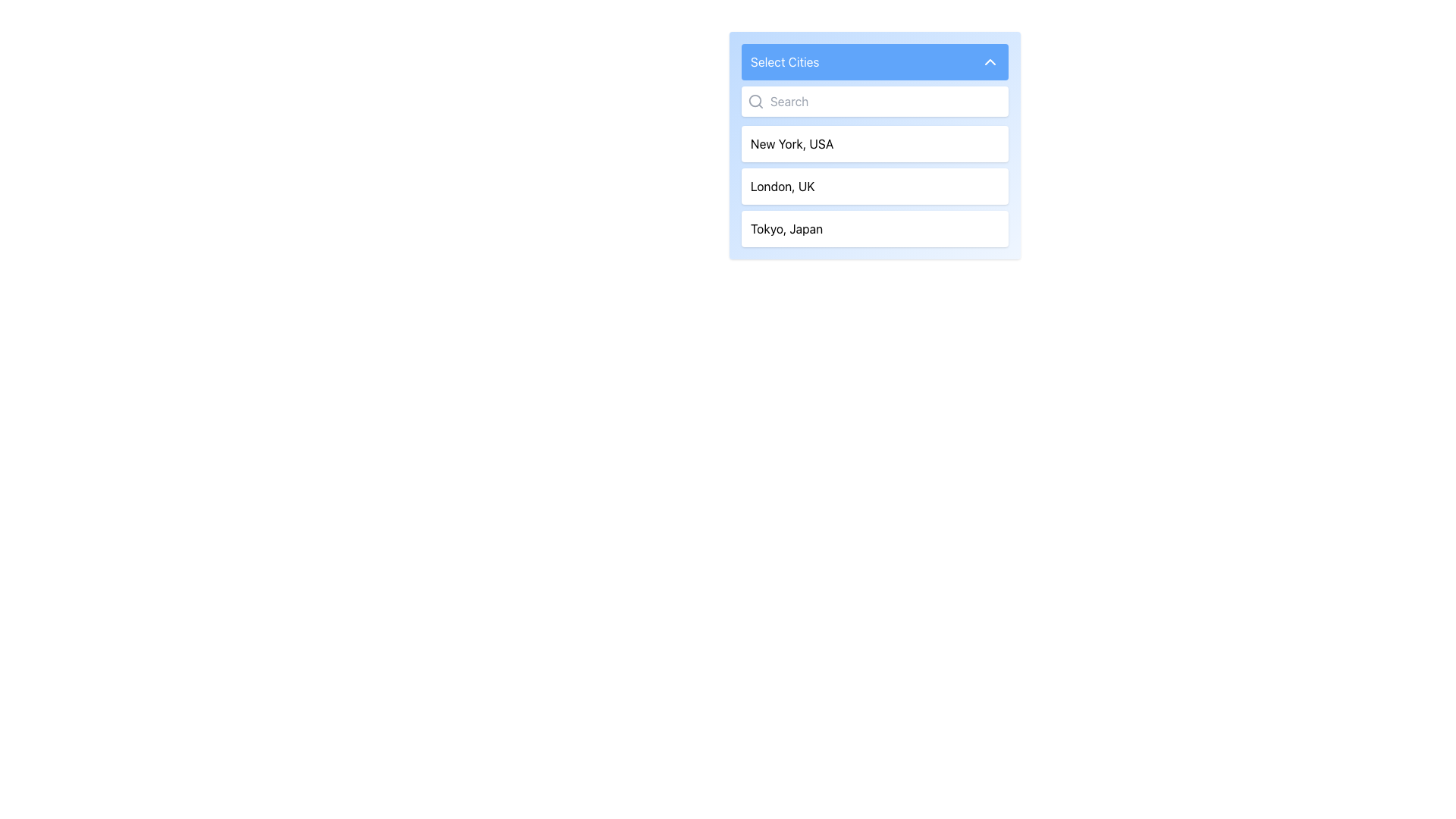  I want to click on the 'New York, USA' text label in the dropdown menu, so click(791, 143).